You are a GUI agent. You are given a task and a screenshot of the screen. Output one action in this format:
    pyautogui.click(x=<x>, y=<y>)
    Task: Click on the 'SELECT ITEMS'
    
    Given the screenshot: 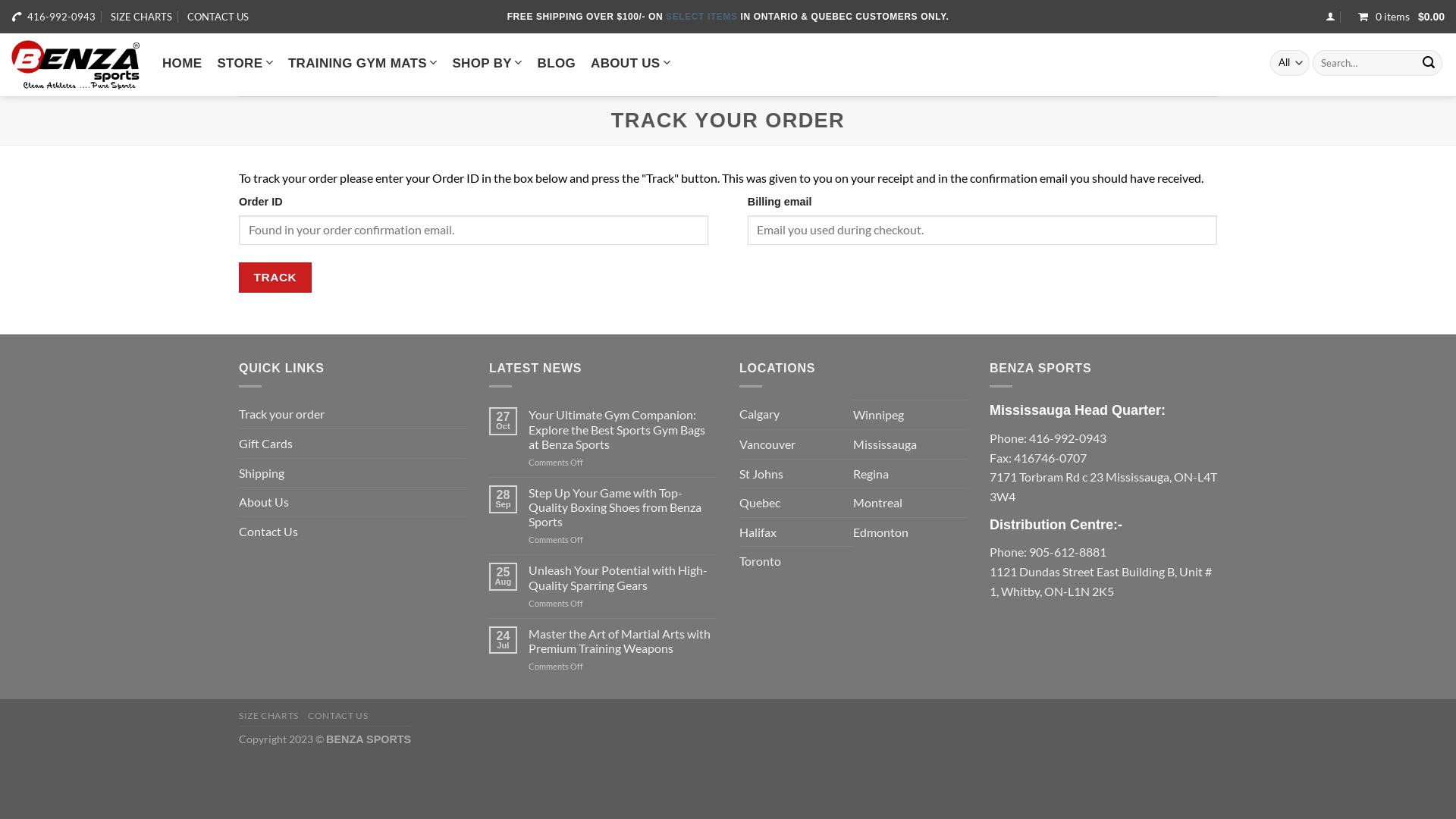 What is the action you would take?
    pyautogui.click(x=701, y=17)
    